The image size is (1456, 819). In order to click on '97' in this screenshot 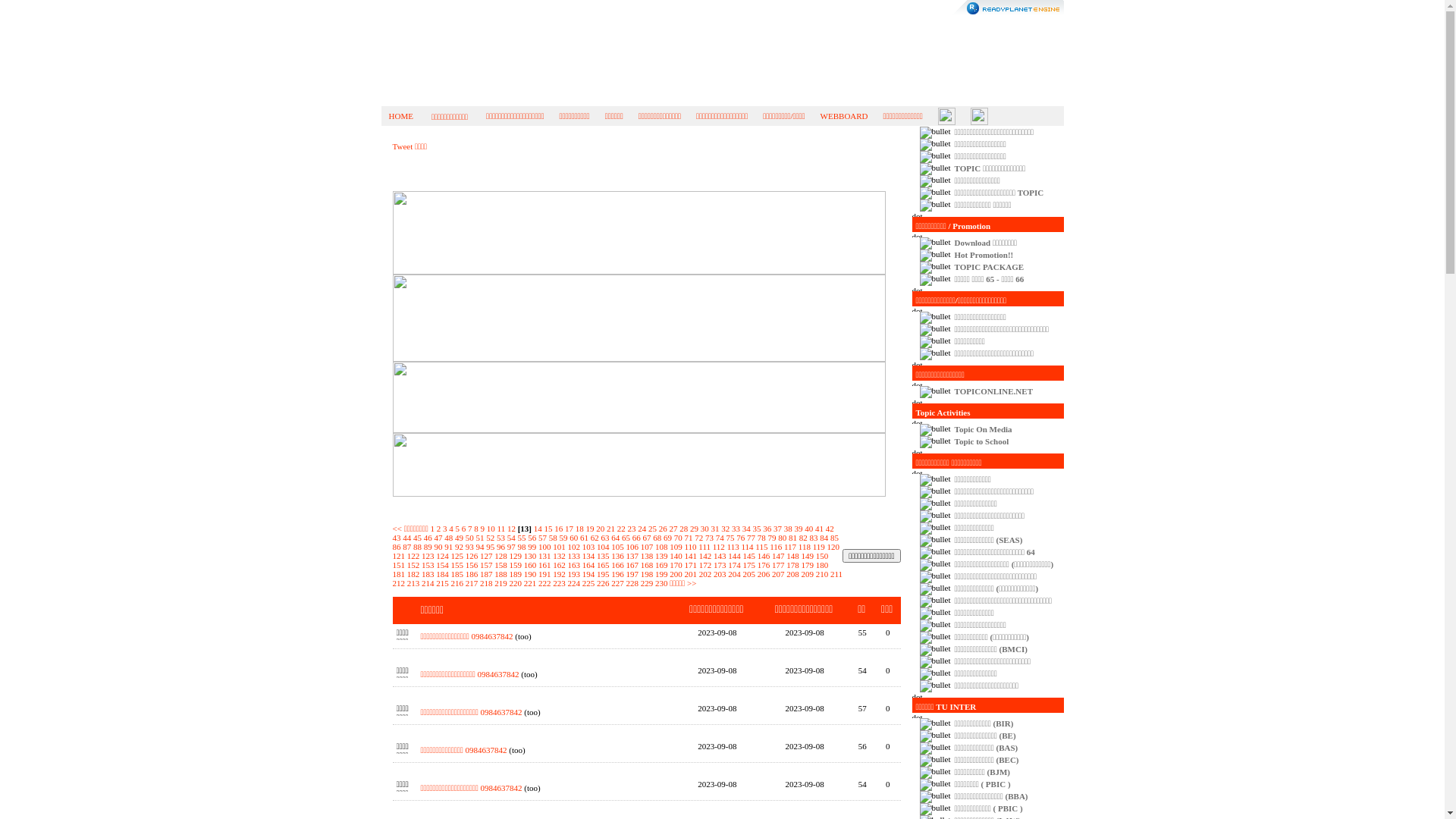, I will do `click(511, 547)`.